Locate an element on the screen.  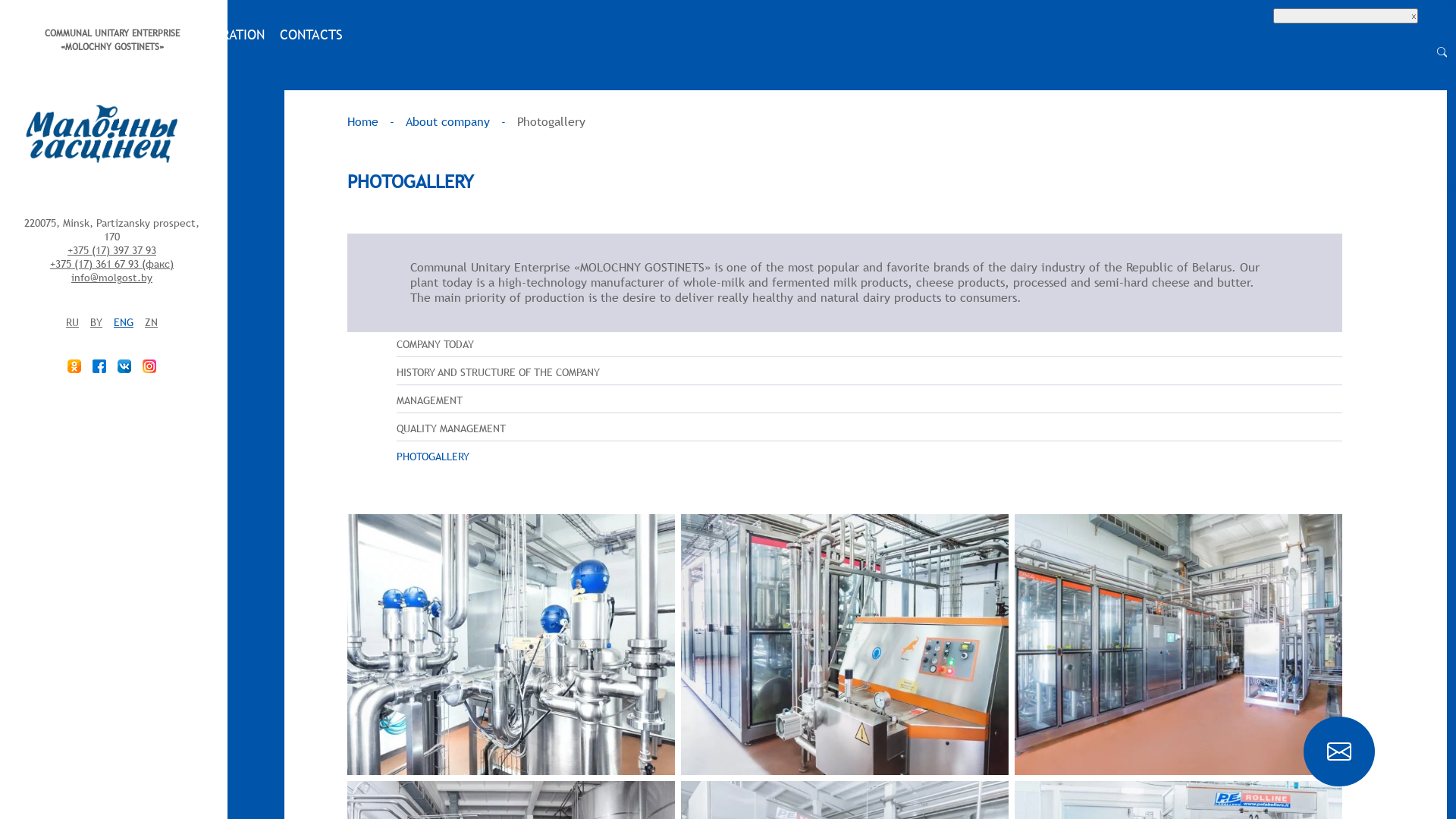
'CONTACTS' is located at coordinates (310, 34).